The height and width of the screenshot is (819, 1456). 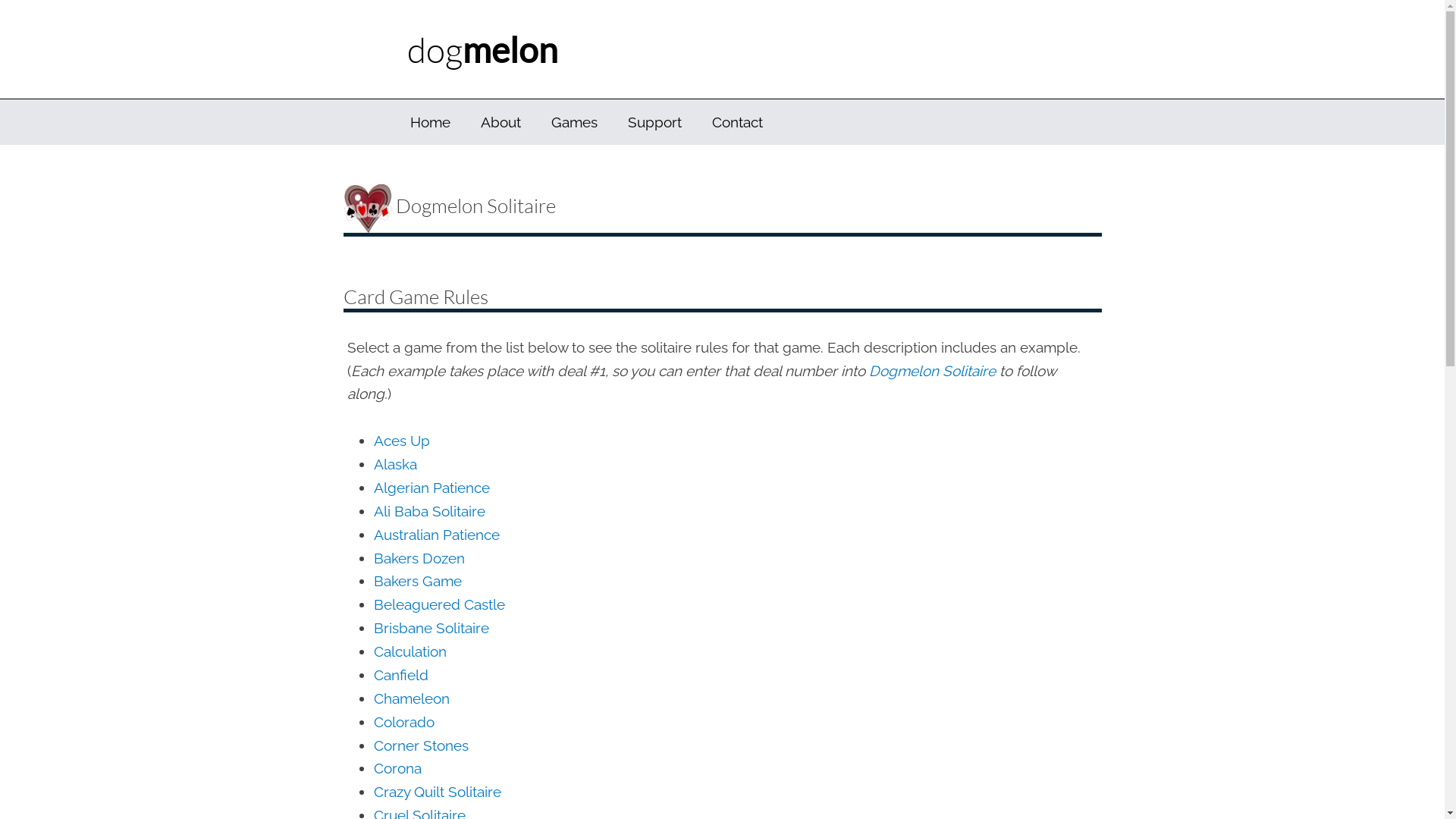 I want to click on 'Beleaguered Castle', so click(x=372, y=604).